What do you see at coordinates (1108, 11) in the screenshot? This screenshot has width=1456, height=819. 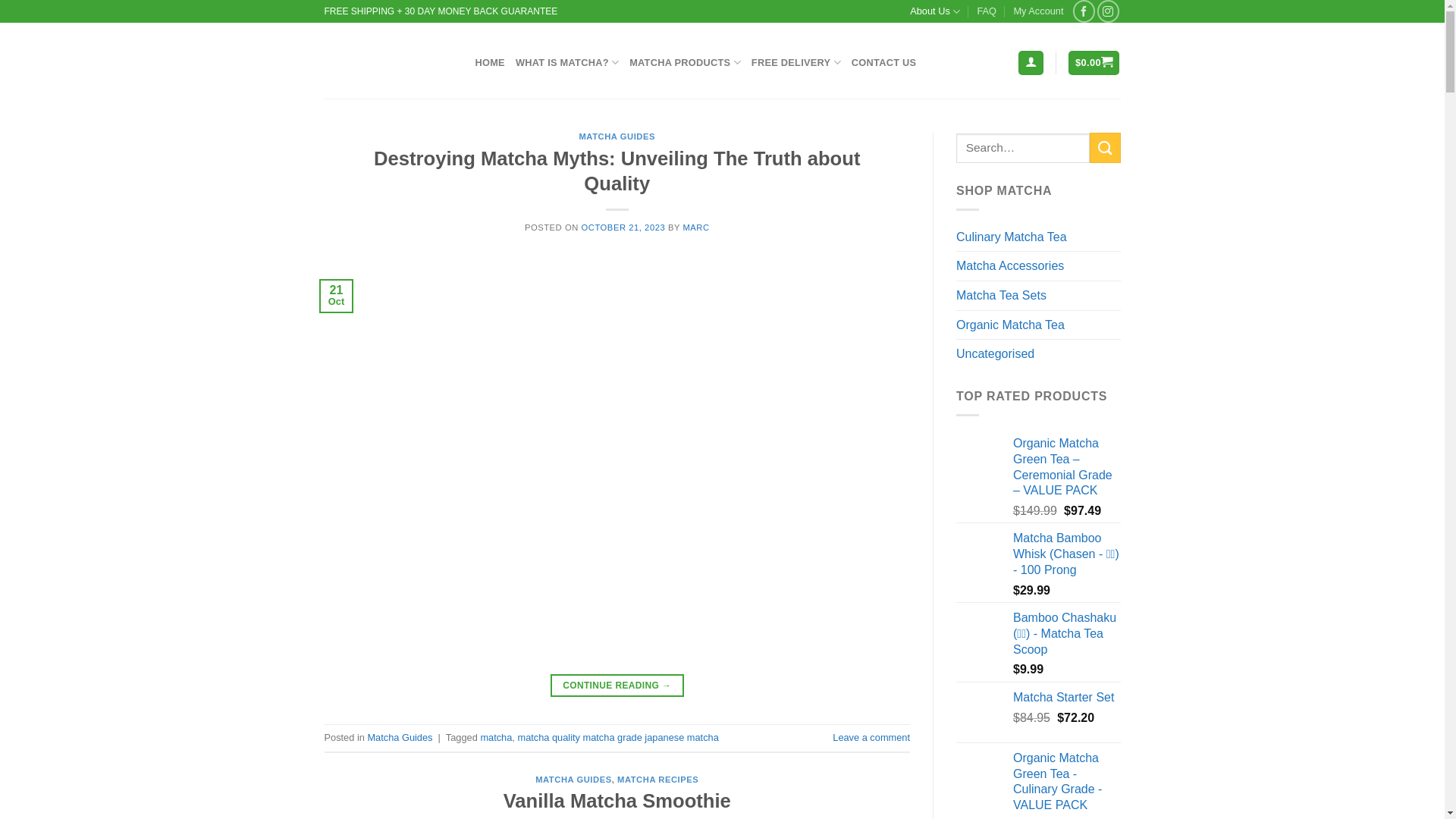 I see `'Follow on Instagram'` at bounding box center [1108, 11].